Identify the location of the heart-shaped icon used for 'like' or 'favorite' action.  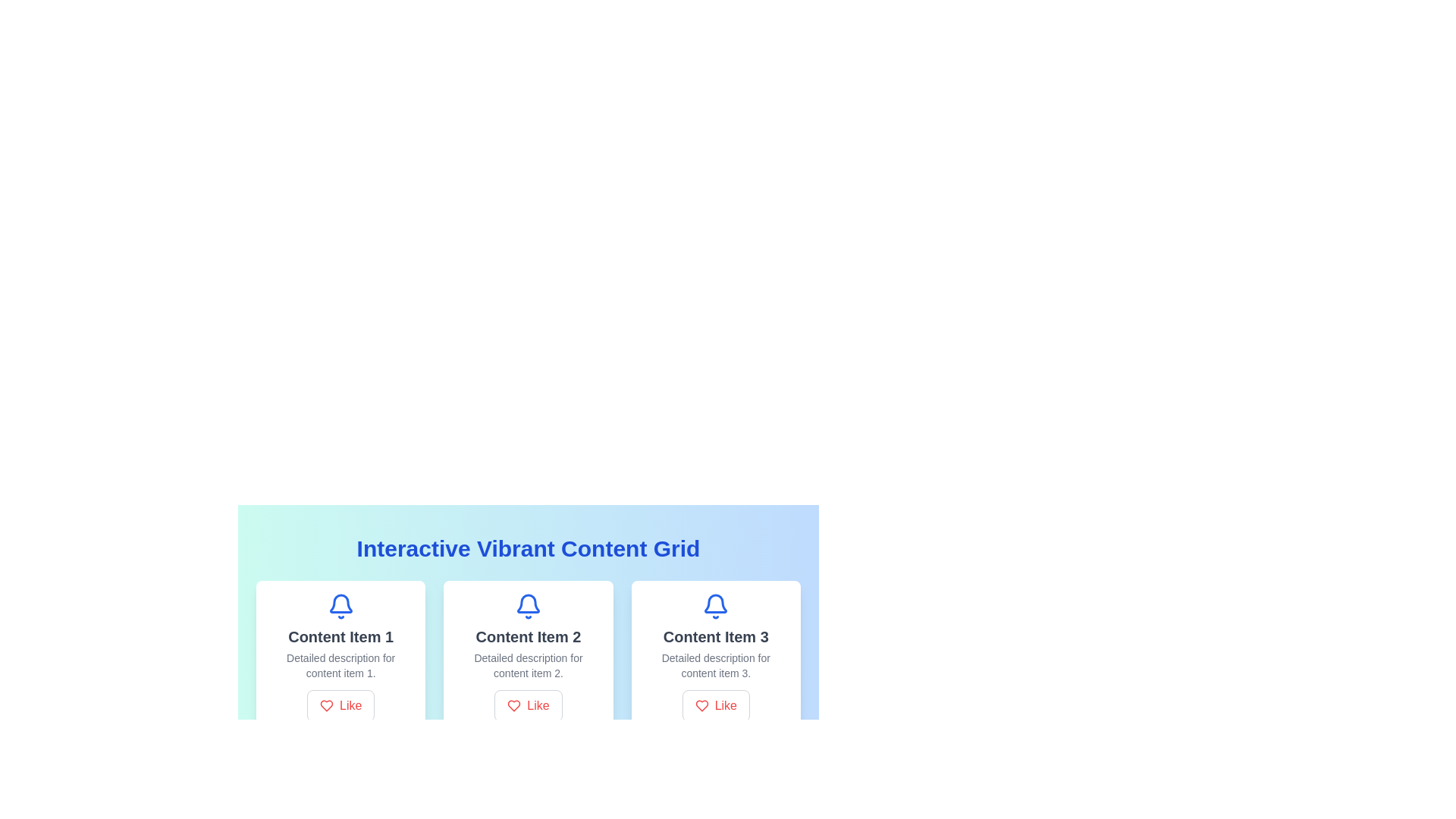
(701, 705).